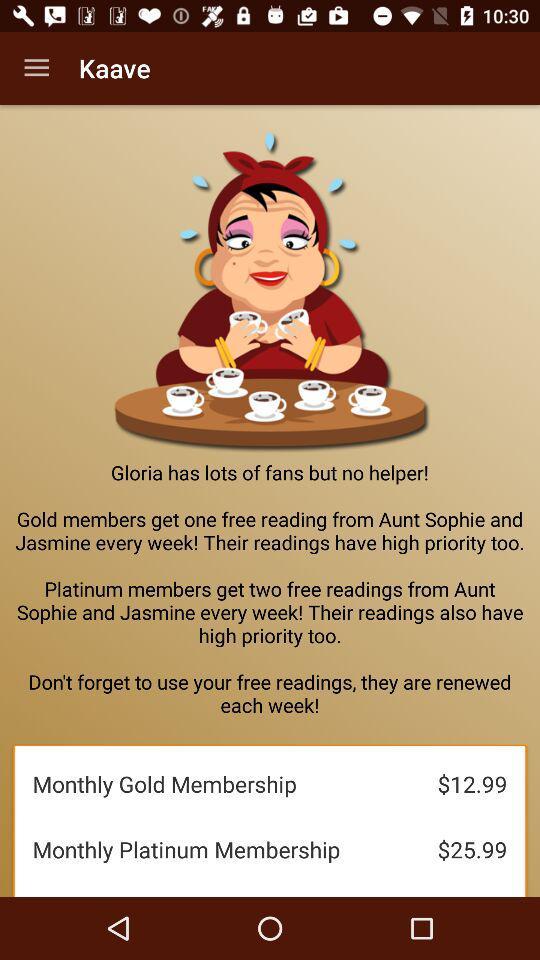 The image size is (540, 960). I want to click on the item above gloria has lots icon, so click(36, 68).